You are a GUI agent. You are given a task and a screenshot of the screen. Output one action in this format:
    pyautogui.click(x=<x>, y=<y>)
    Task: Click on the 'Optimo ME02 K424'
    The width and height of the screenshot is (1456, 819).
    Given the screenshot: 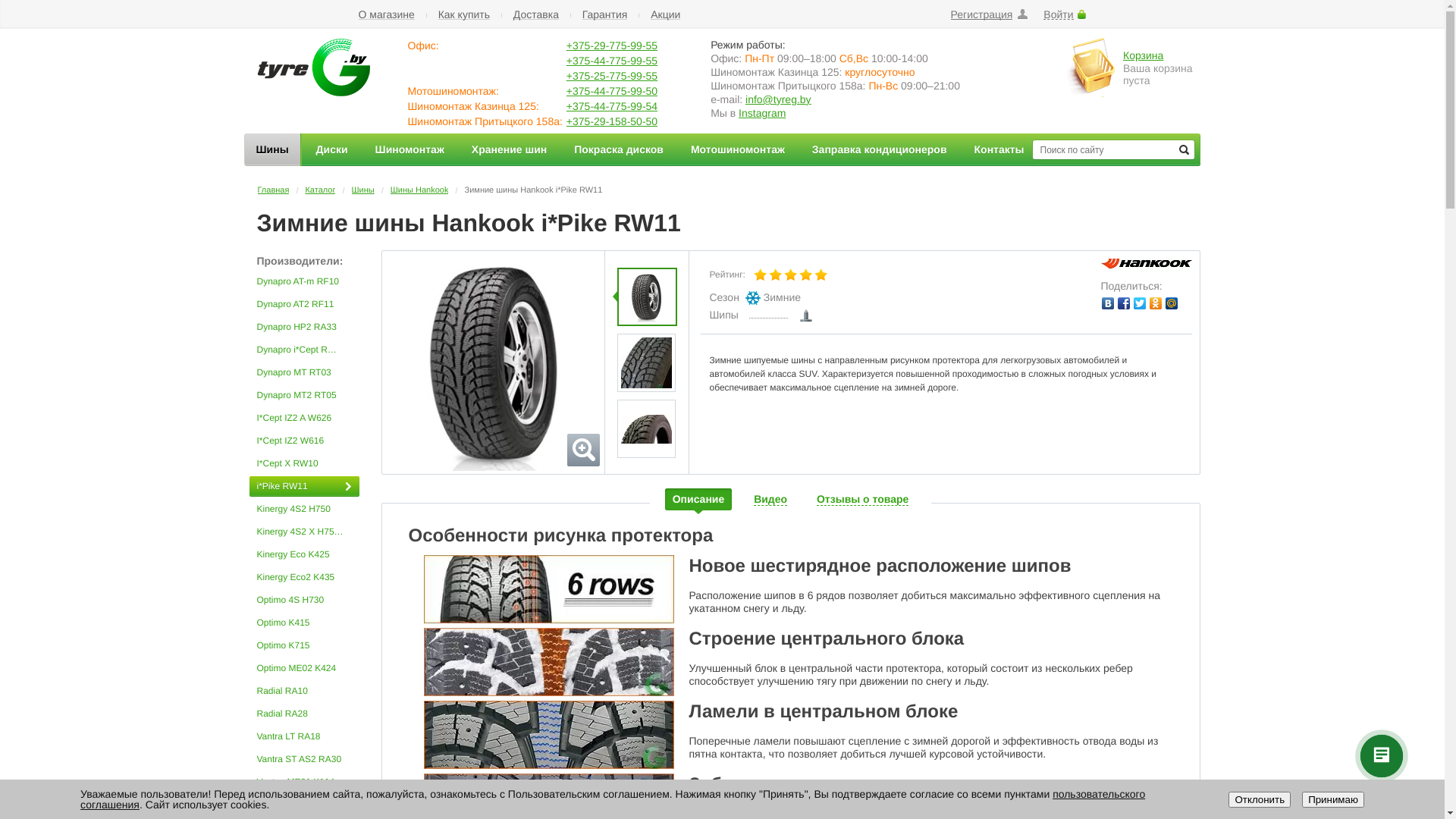 What is the action you would take?
    pyautogui.click(x=303, y=667)
    